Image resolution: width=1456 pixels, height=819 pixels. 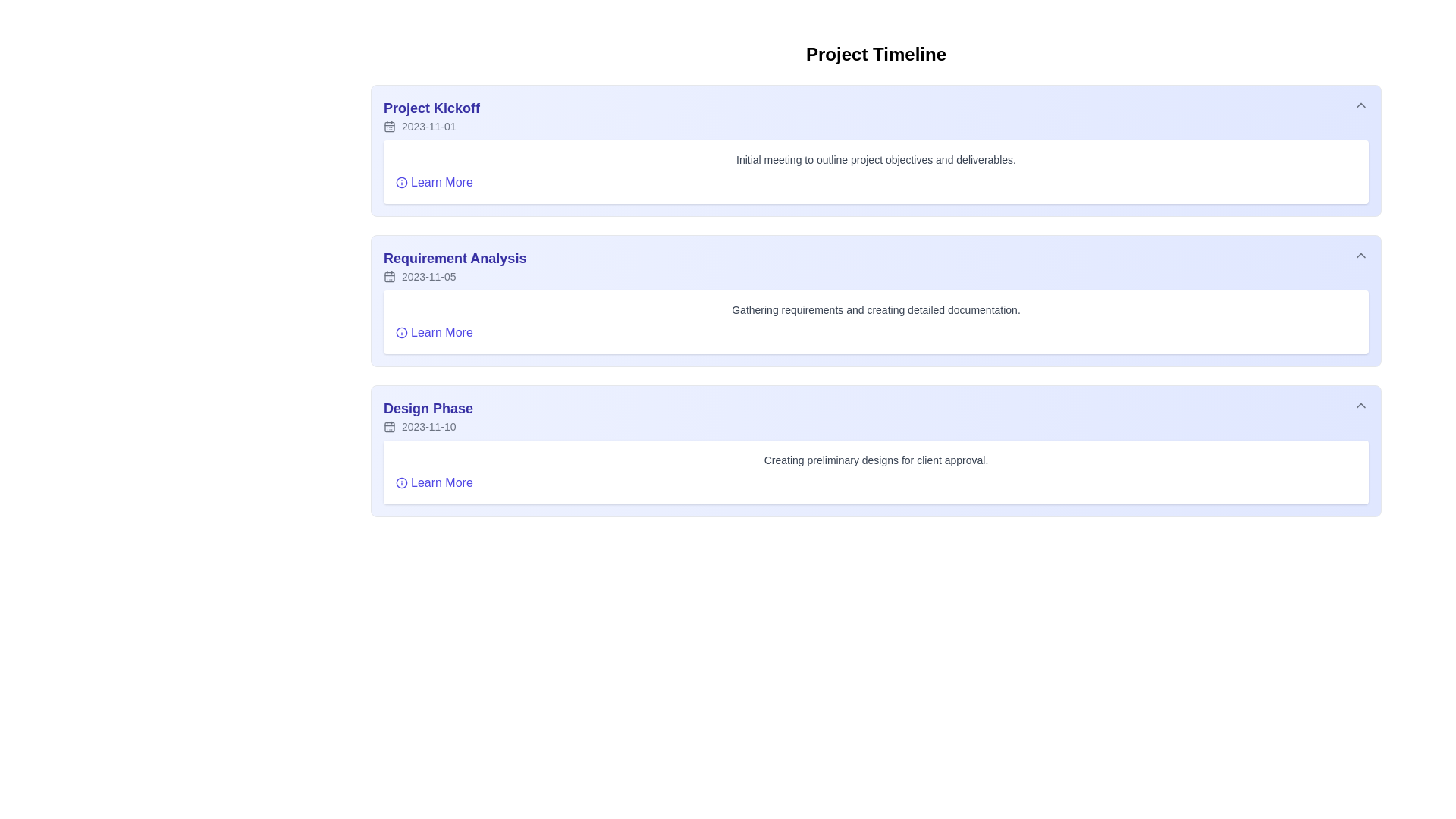 I want to click on the rectangle within the calendar icon associated with the 'Project Kickoff' title in the first card of the Project Timeline list, as it is an interactive element, so click(x=389, y=125).